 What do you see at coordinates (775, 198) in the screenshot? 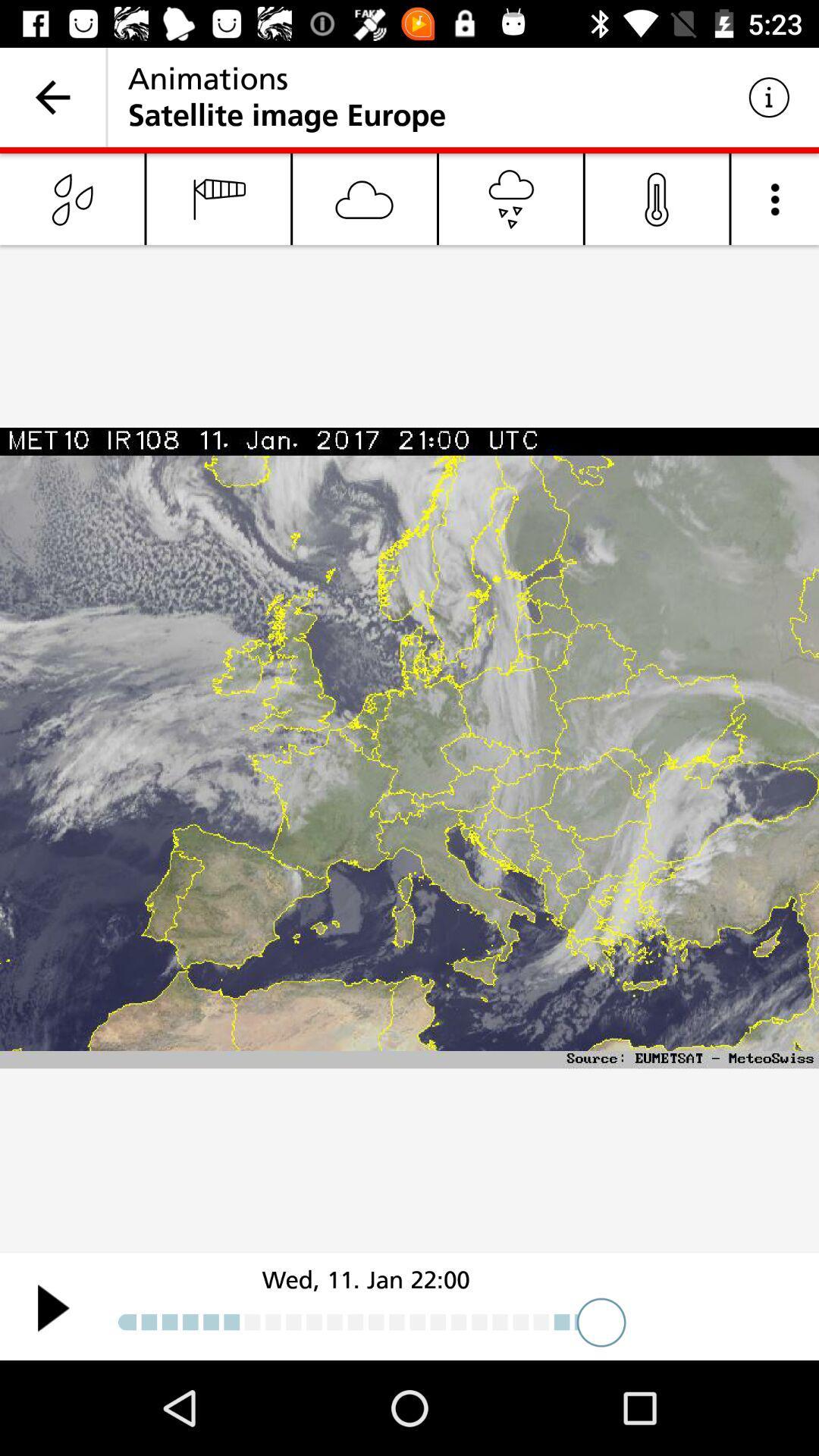
I see `menu` at bounding box center [775, 198].